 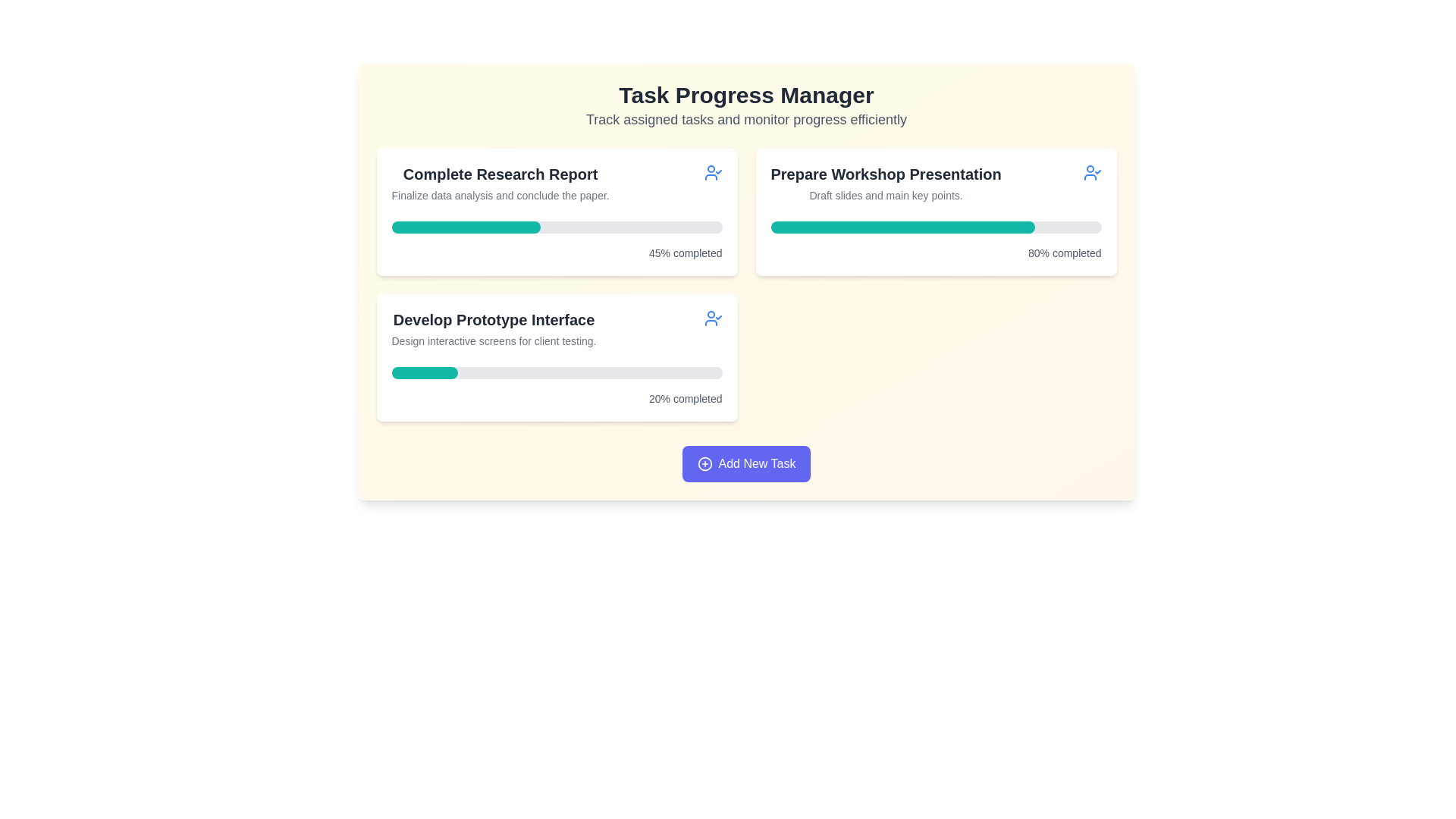 What do you see at coordinates (494, 341) in the screenshot?
I see `text content that says 'Design interactive screens for client testing.' located in the lower portion of the card labeled 'Develop Prototype Interface'` at bounding box center [494, 341].